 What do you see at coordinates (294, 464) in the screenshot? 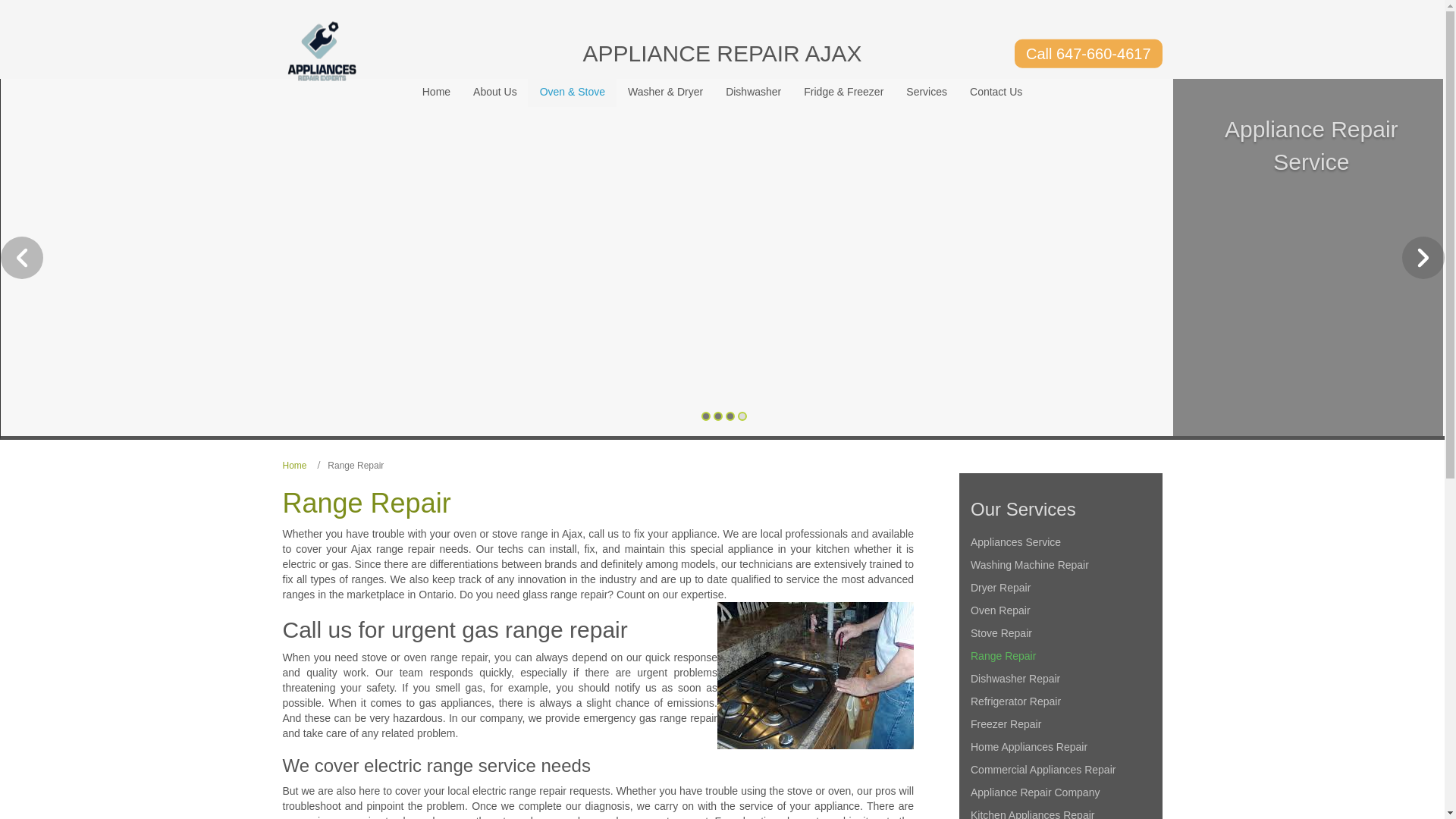
I see `'Home'` at bounding box center [294, 464].